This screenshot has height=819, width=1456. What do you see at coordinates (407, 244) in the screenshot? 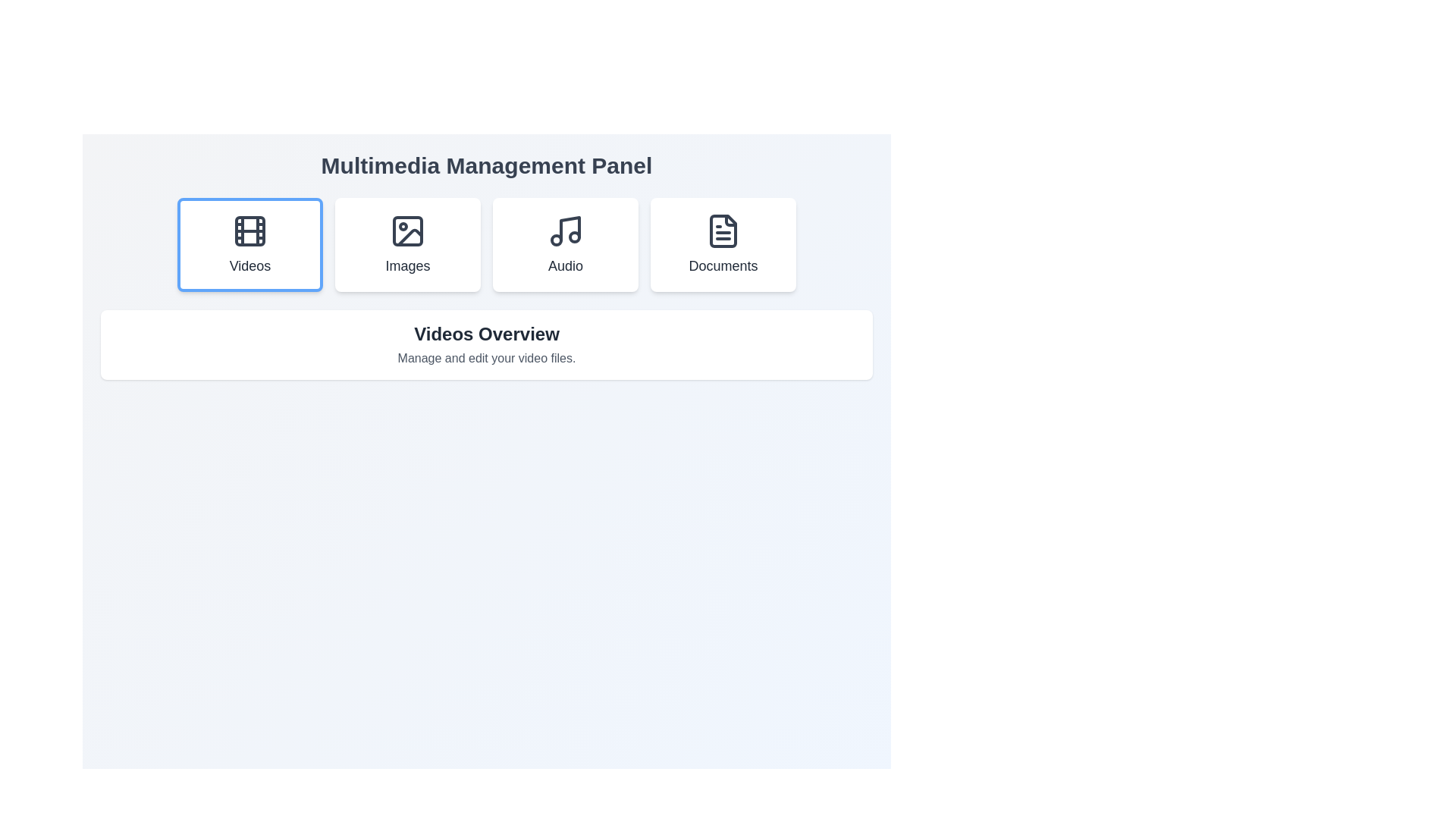
I see `the navigation button that accesses the Images section, which is the second card from the left in a grid of four cards, located between the 'Videos' and 'Audio' cards` at bounding box center [407, 244].